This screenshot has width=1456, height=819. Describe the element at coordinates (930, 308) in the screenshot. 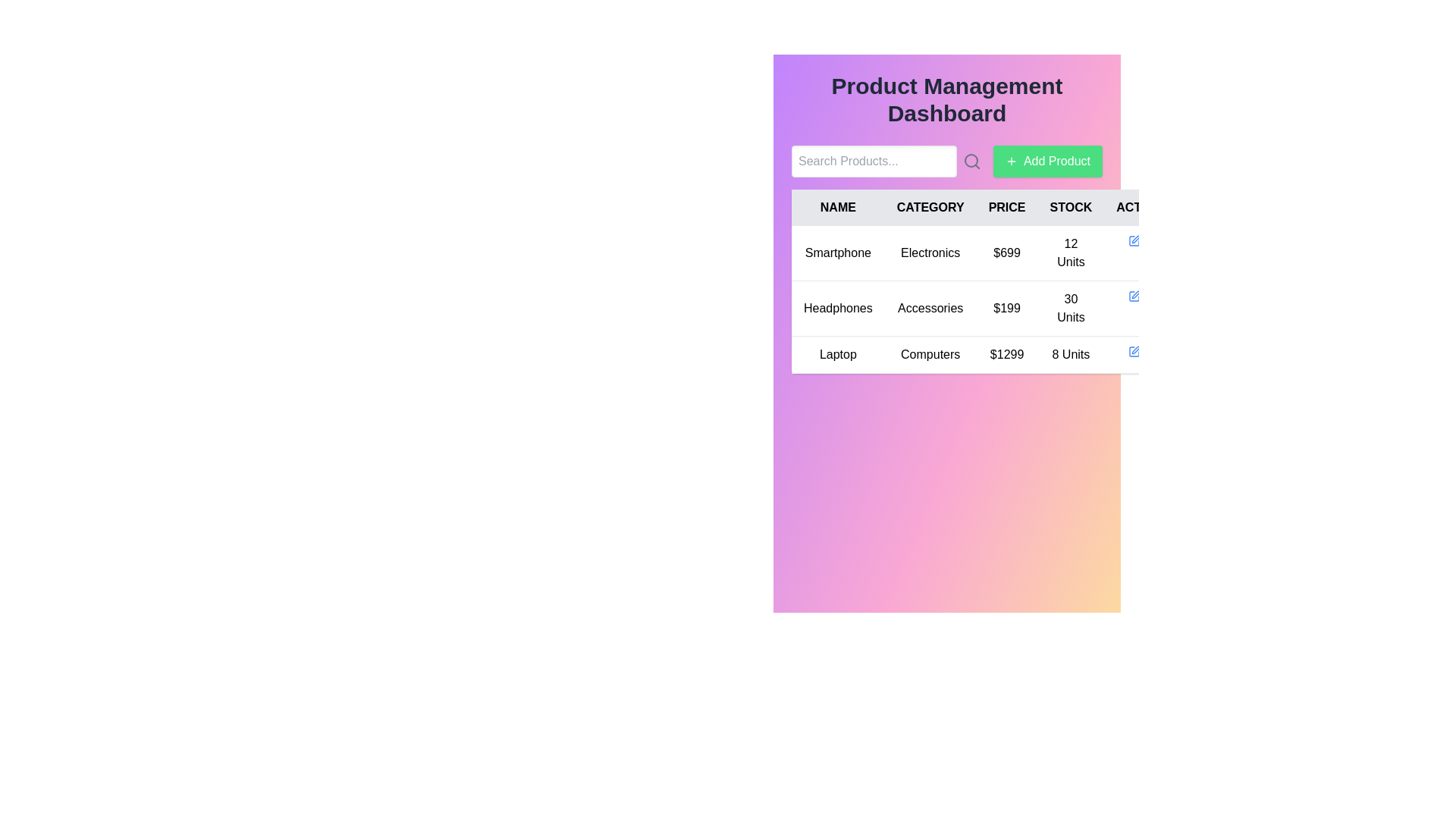

I see `the text label indicating that 'Headphones' belongs to the 'Accessories' category, located in the second row and second column of the table under the 'CATEGORY' column` at that location.